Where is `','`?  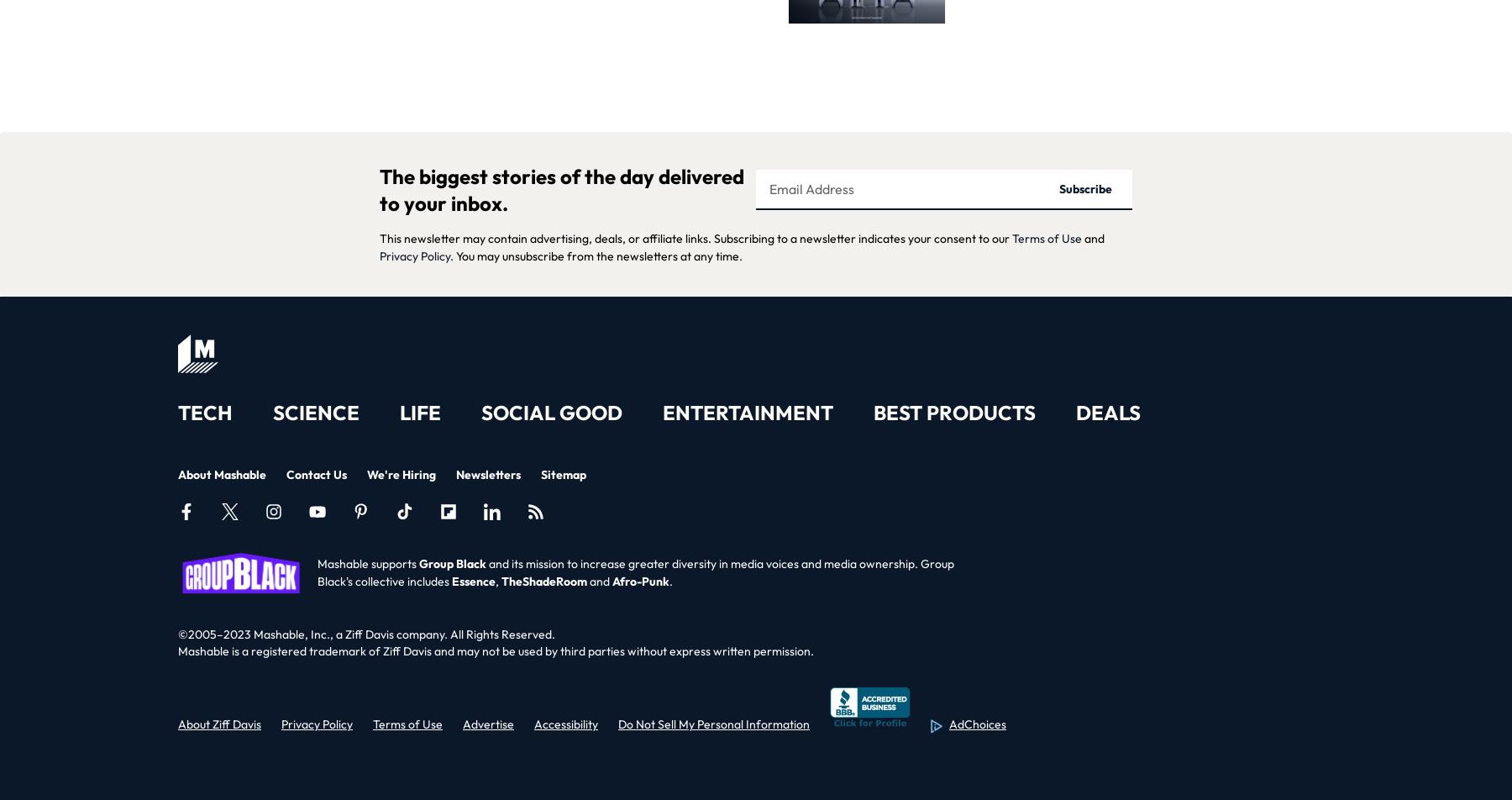
',' is located at coordinates (498, 582).